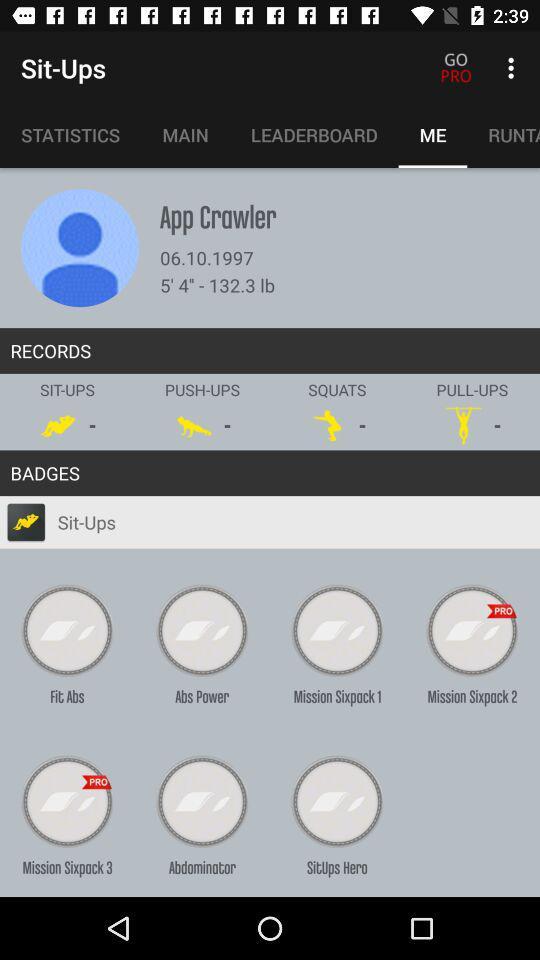  What do you see at coordinates (79, 247) in the screenshot?
I see `profile picture` at bounding box center [79, 247].